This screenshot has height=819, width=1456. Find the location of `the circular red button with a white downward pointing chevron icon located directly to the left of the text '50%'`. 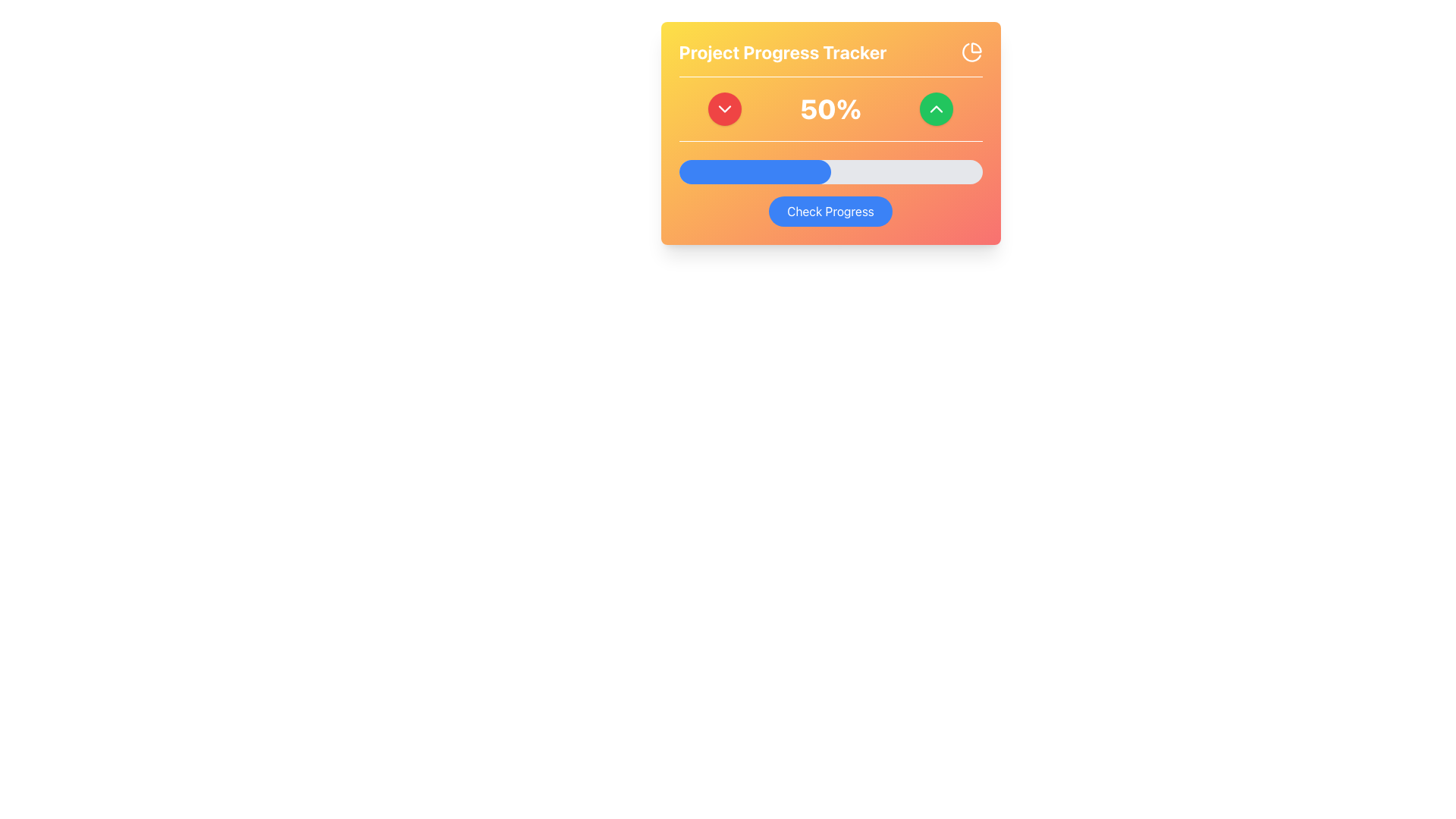

the circular red button with a white downward pointing chevron icon located directly to the left of the text '50%' is located at coordinates (723, 108).